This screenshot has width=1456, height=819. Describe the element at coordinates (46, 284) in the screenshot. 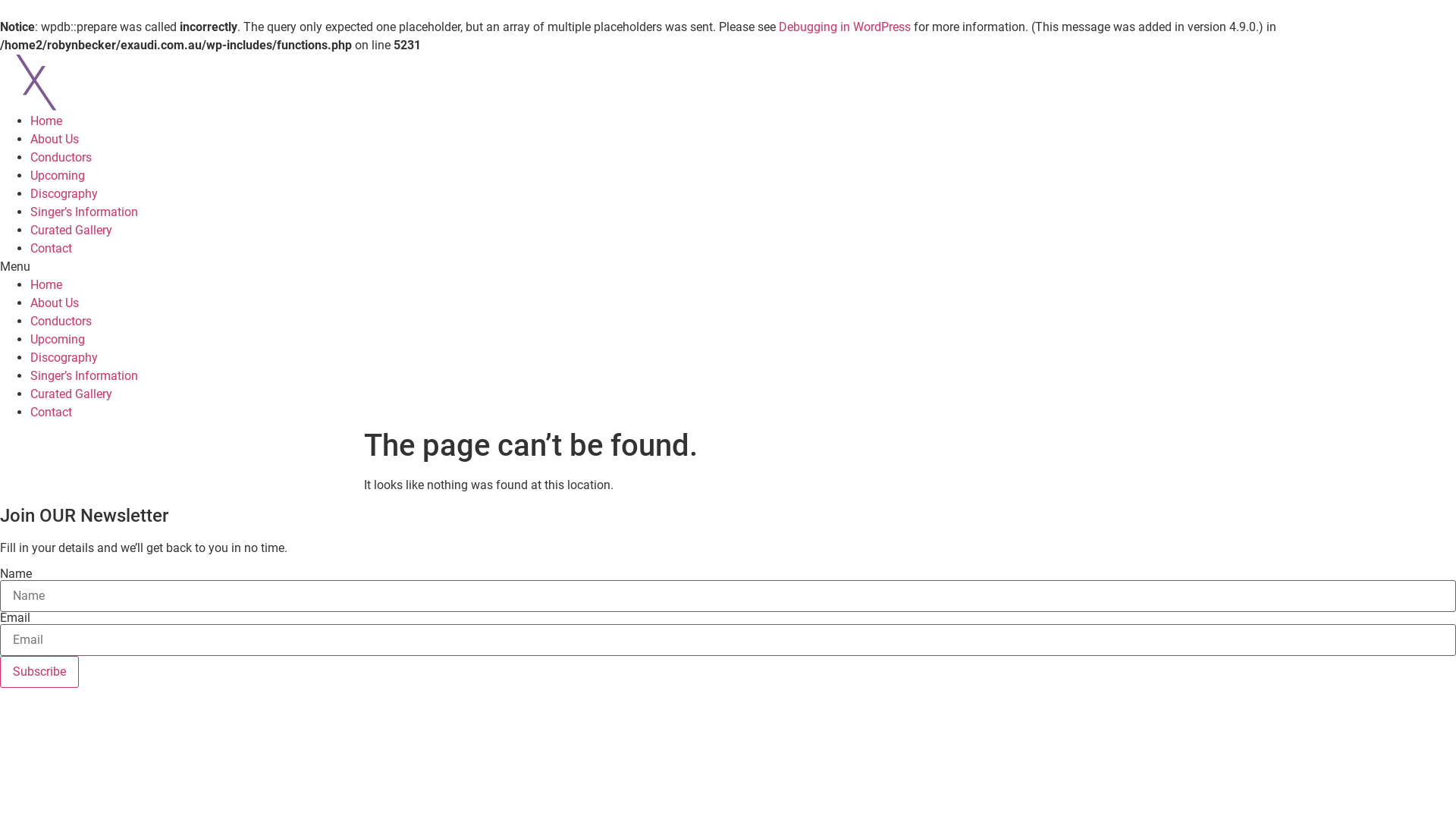

I see `'Home'` at that location.